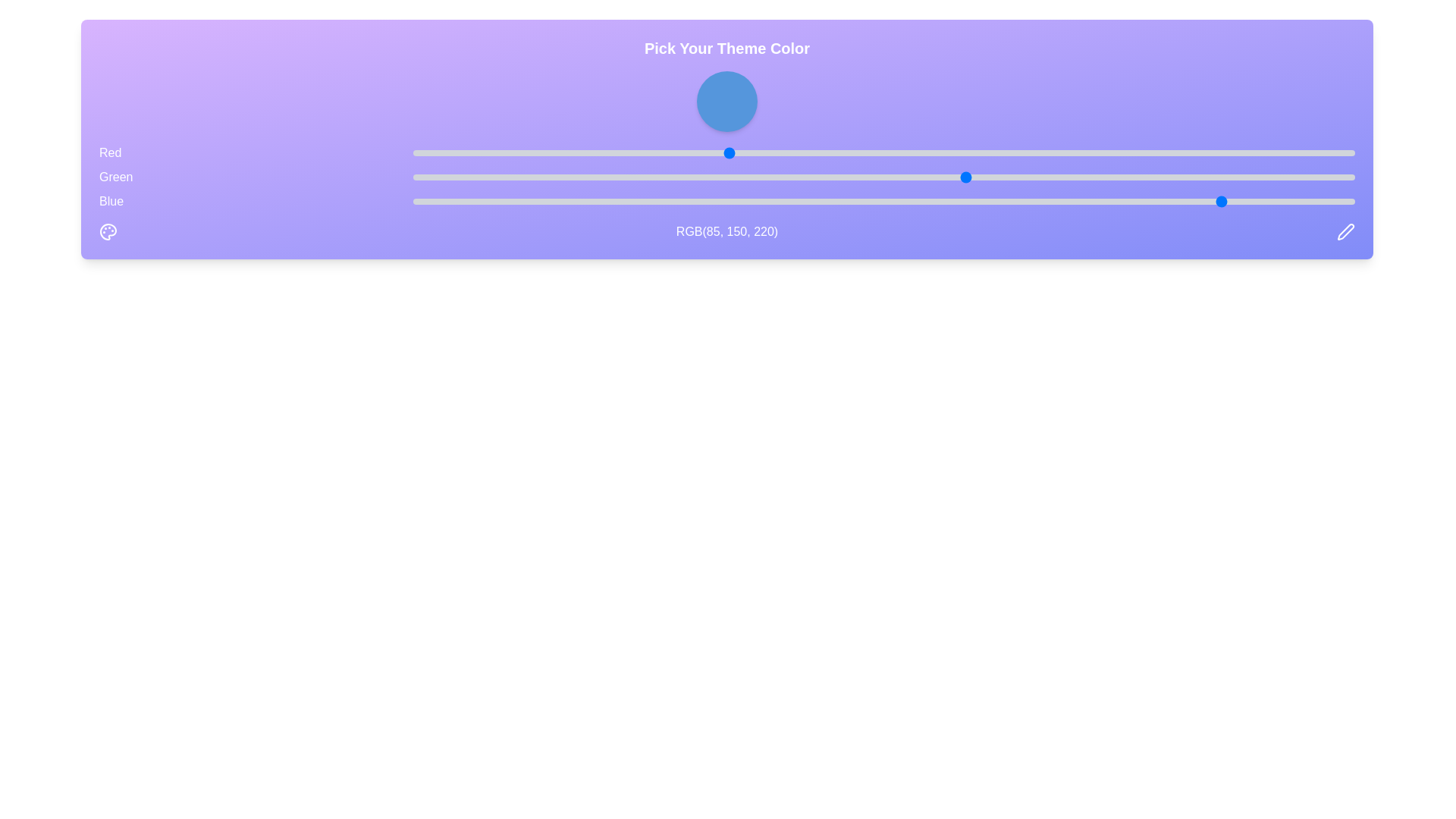 This screenshot has height=819, width=1456. What do you see at coordinates (115, 177) in the screenshot?
I see `the text label displaying 'Green', which is the second item in a vertical alignment with similar labels 'Red' and 'Blue'` at bounding box center [115, 177].